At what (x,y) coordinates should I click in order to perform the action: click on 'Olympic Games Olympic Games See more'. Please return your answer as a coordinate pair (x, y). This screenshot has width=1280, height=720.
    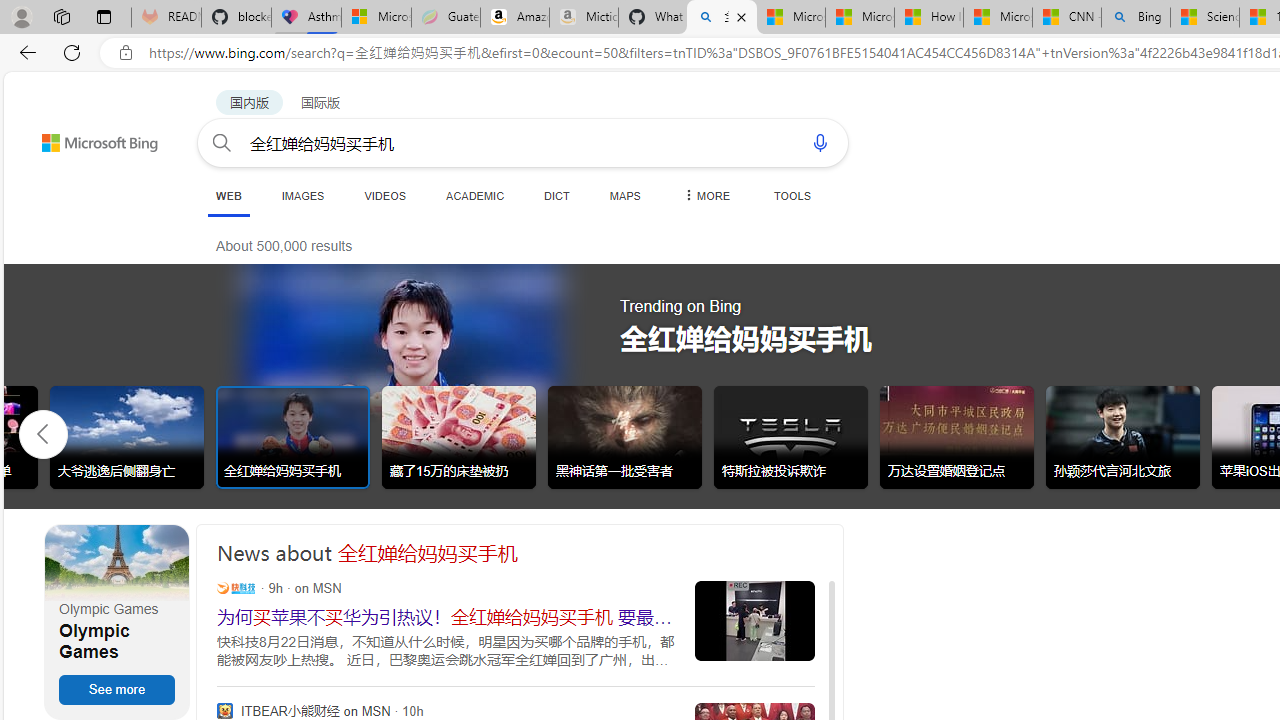
    Looking at the image, I should click on (116, 621).